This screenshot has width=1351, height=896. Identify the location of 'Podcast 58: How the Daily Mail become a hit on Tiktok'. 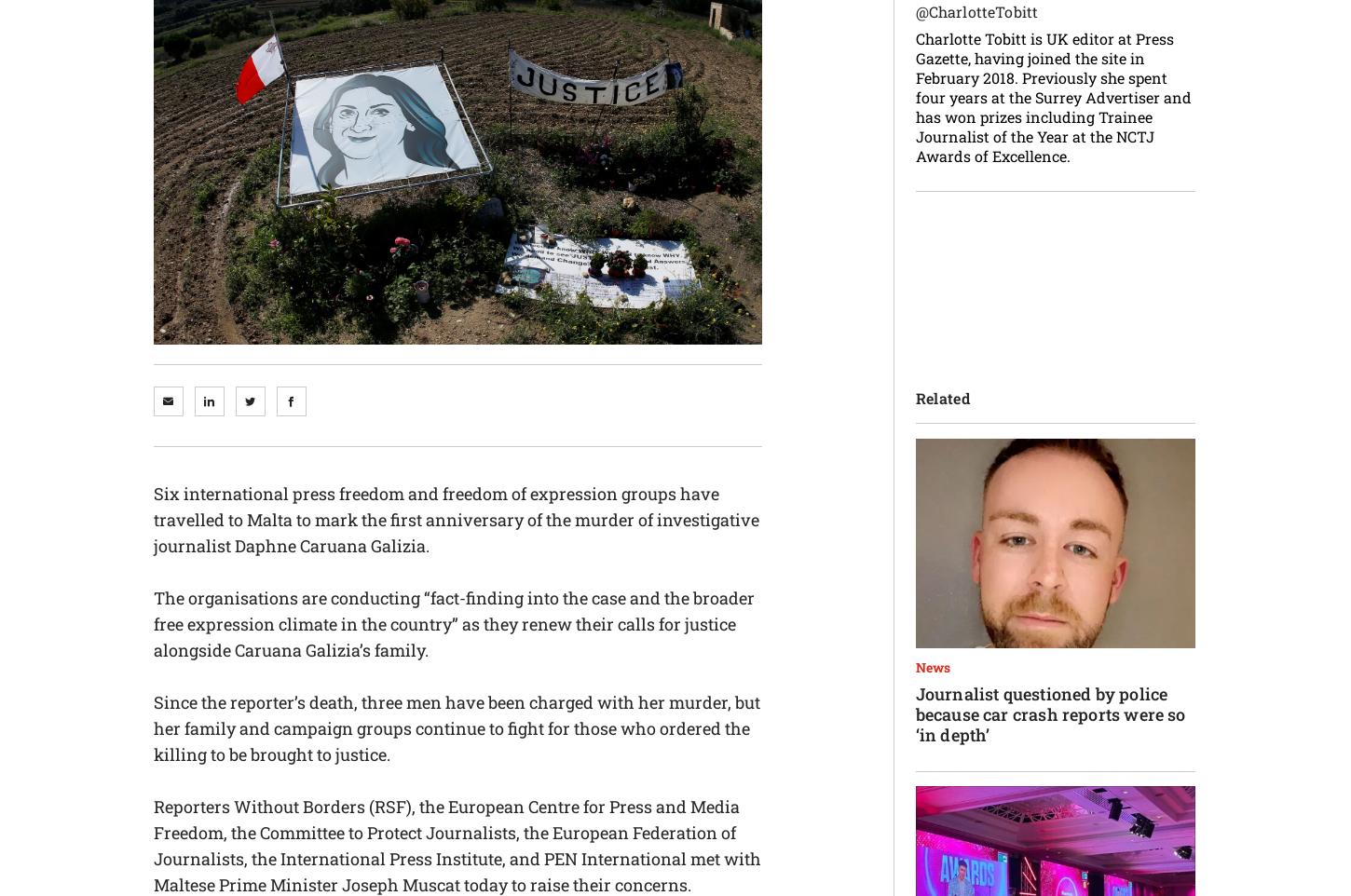
(1054, 537).